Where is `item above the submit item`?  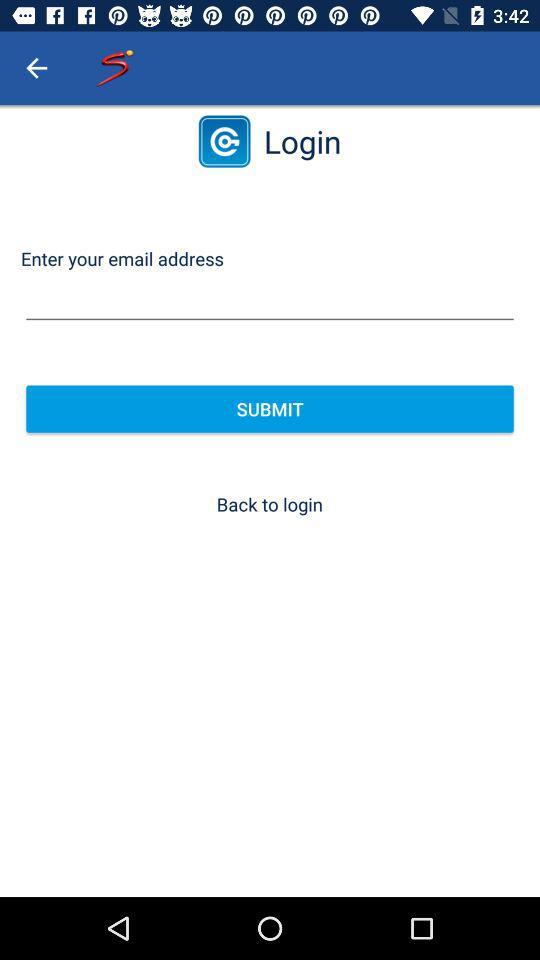 item above the submit item is located at coordinates (270, 299).